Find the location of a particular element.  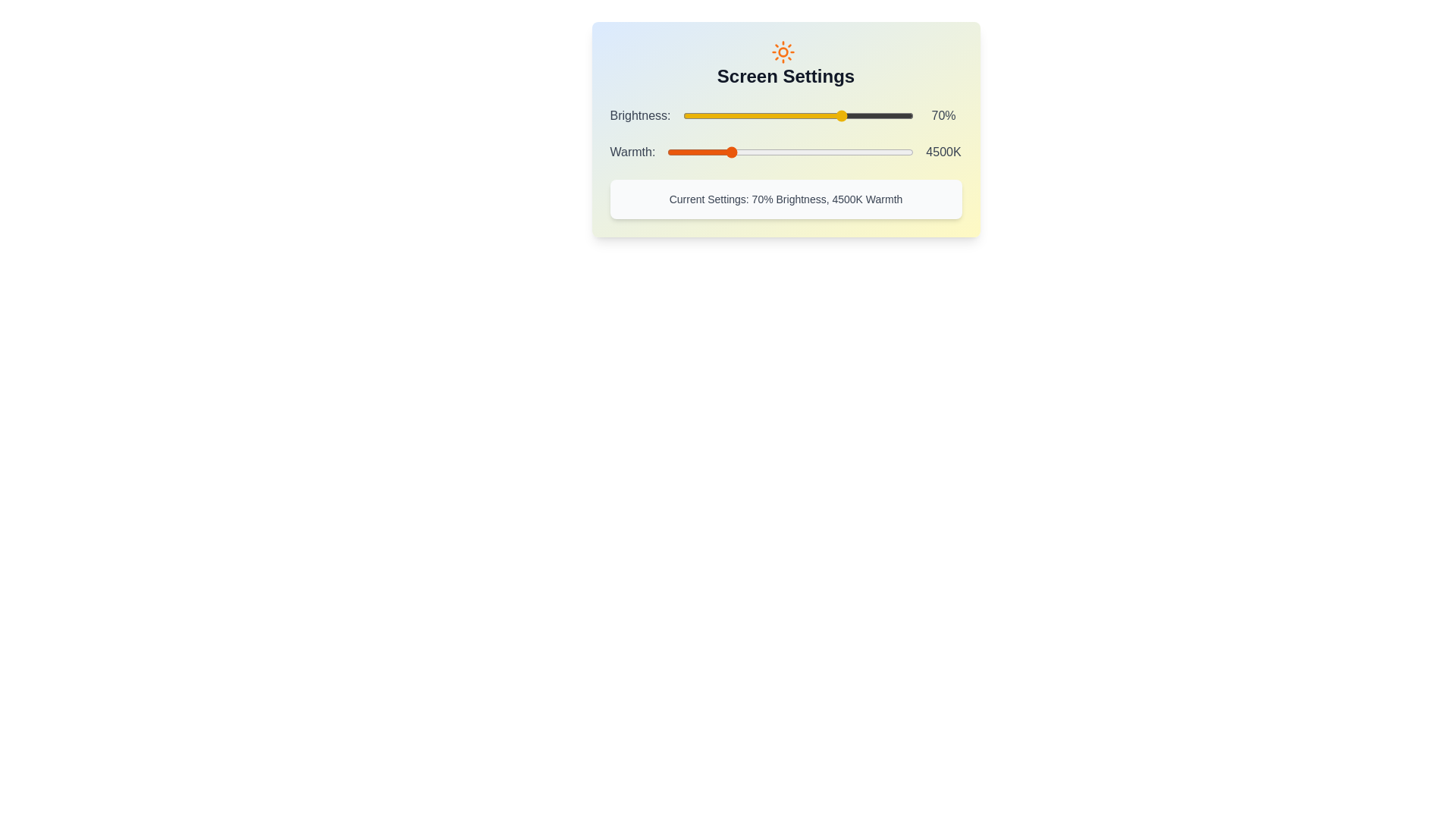

the Warmth slider to set the warmth to 5048 K is located at coordinates (751, 152).